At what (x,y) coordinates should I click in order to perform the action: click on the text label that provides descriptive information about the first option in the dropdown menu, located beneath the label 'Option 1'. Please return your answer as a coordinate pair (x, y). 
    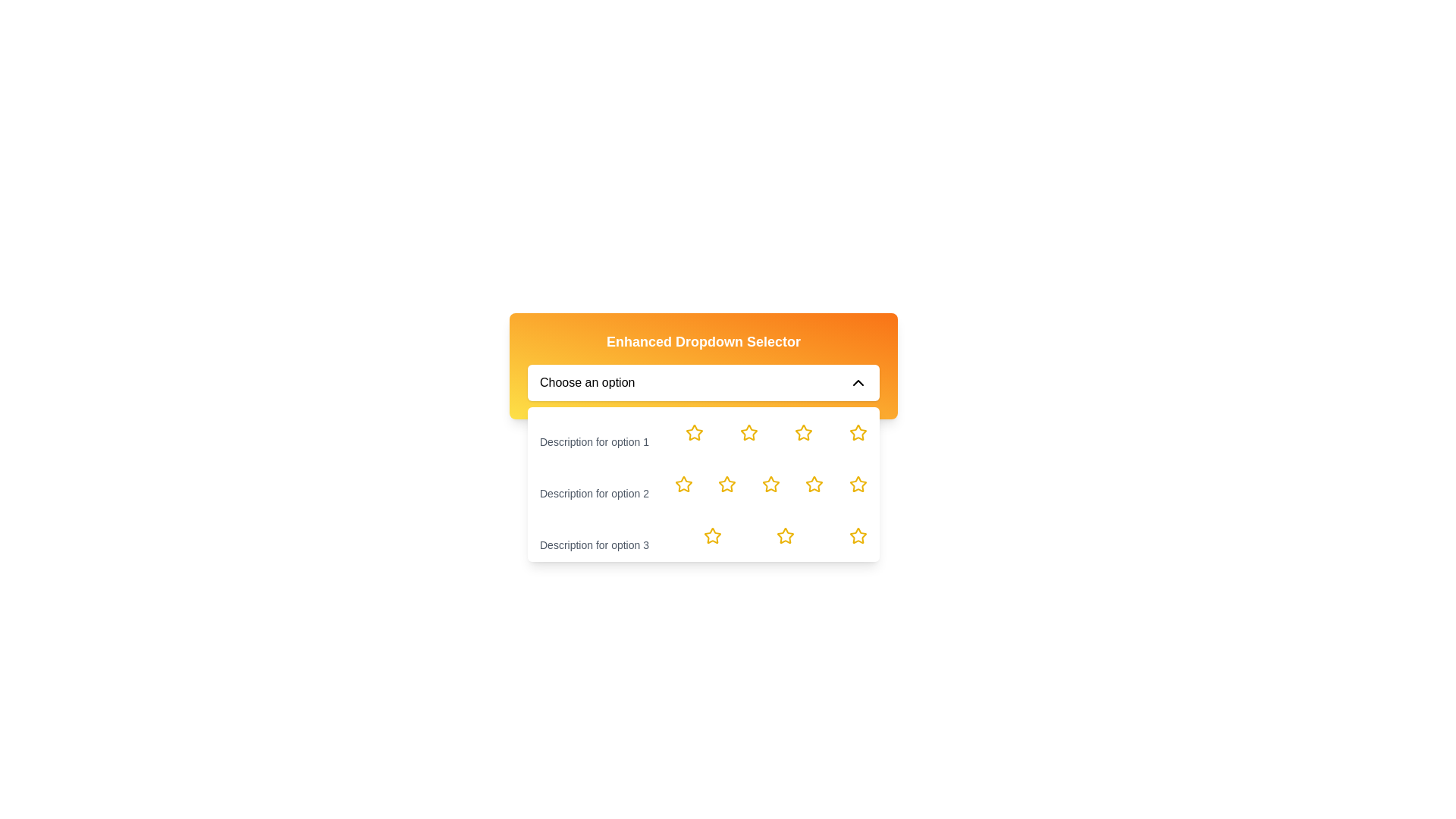
    Looking at the image, I should click on (593, 432).